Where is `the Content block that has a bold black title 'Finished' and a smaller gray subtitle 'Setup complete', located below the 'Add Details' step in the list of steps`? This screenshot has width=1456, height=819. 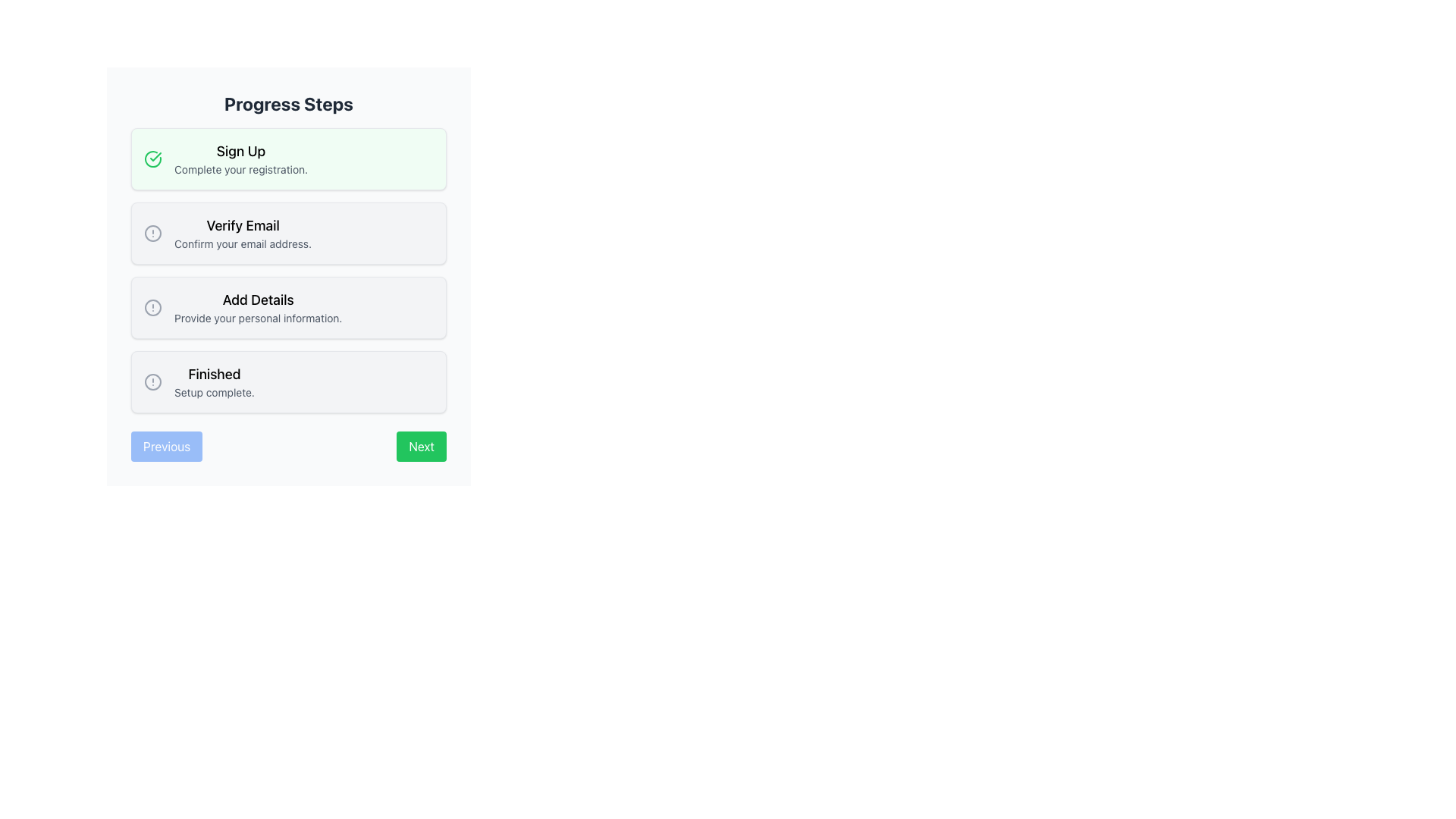
the Content block that has a bold black title 'Finished' and a smaller gray subtitle 'Setup complete', located below the 'Add Details' step in the list of steps is located at coordinates (288, 381).